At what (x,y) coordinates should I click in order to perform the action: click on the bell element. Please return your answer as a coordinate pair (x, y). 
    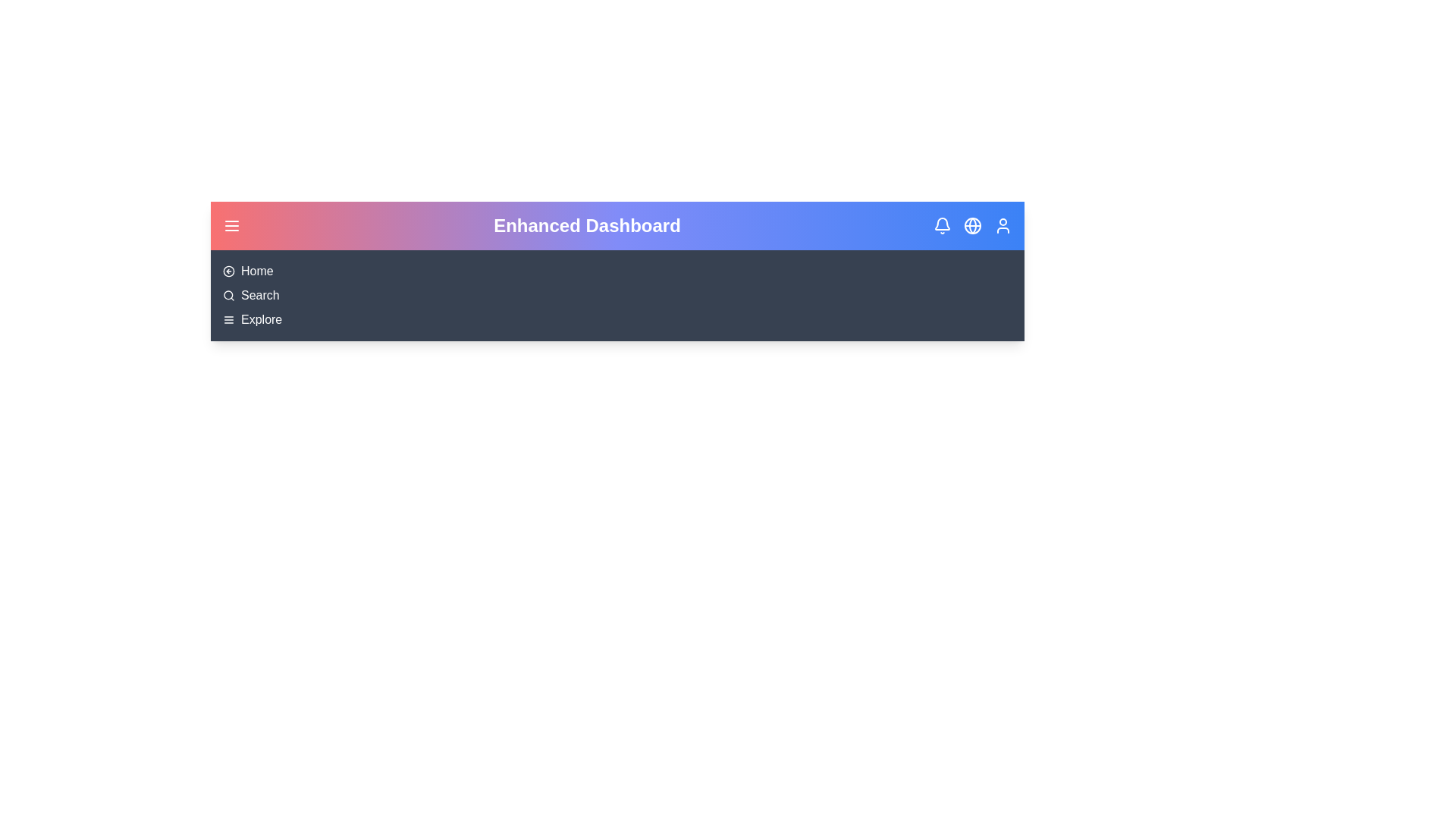
    Looking at the image, I should click on (942, 225).